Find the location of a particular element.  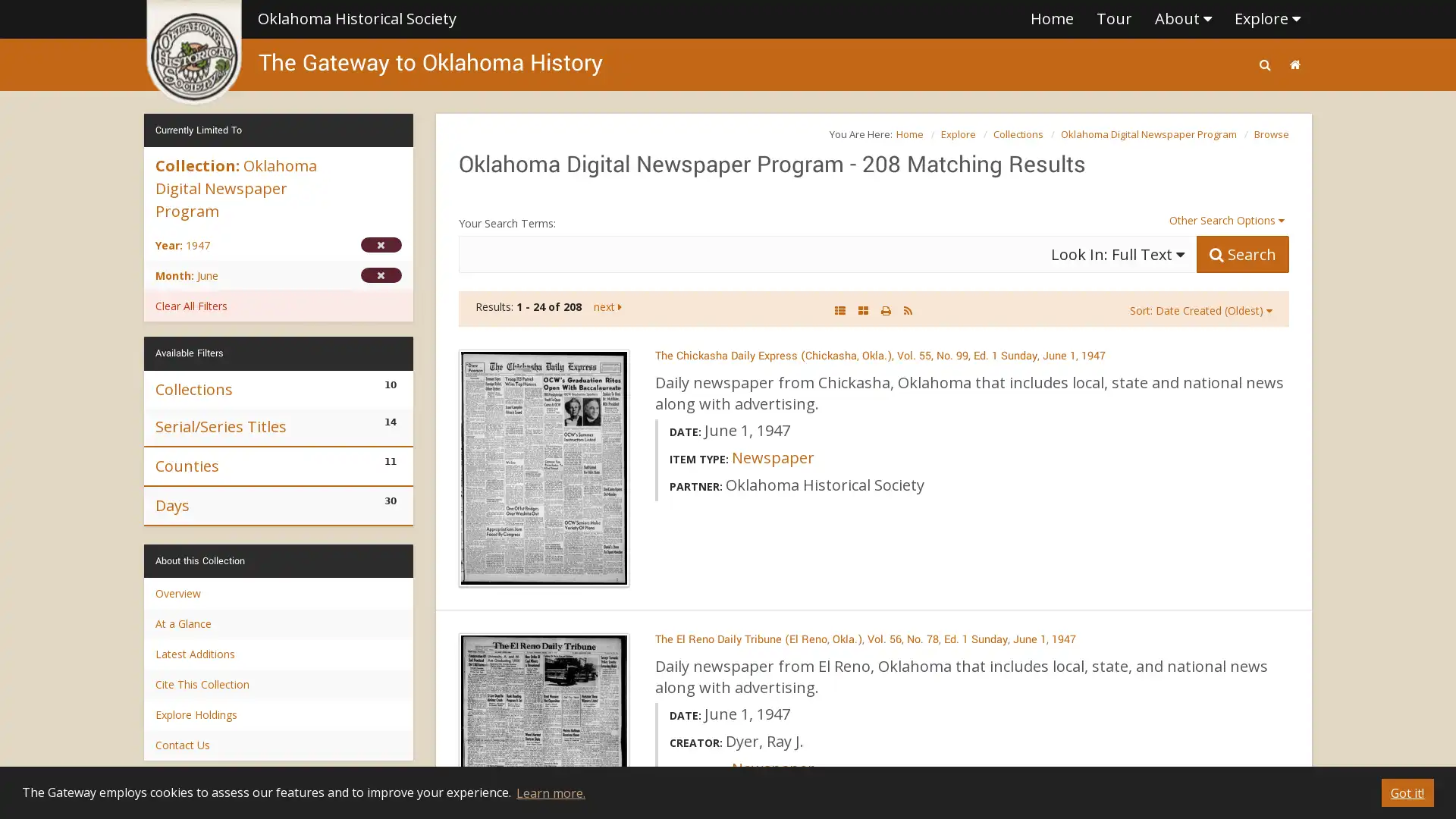

dismiss cookie message is located at coordinates (1407, 792).